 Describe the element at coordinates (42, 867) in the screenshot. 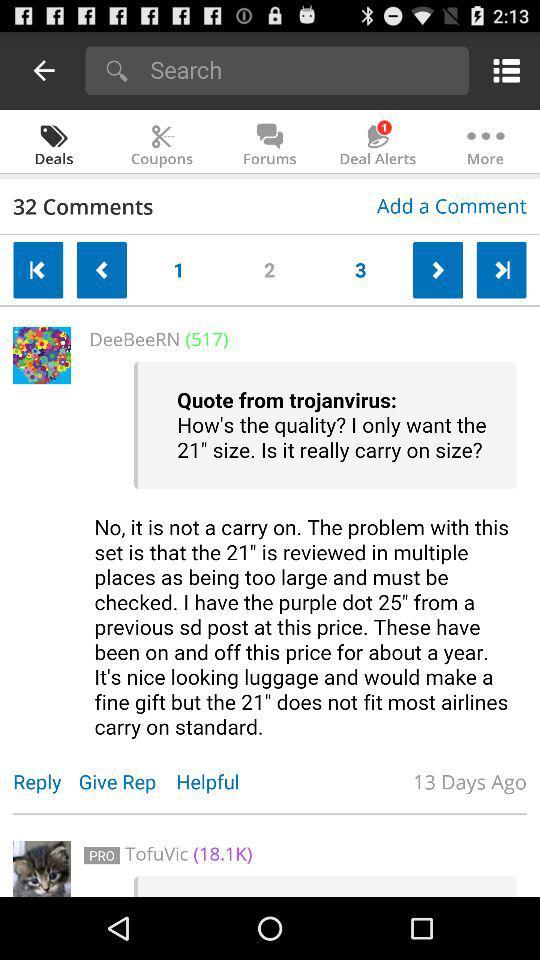

I see `the box next to 13 days ago` at that location.